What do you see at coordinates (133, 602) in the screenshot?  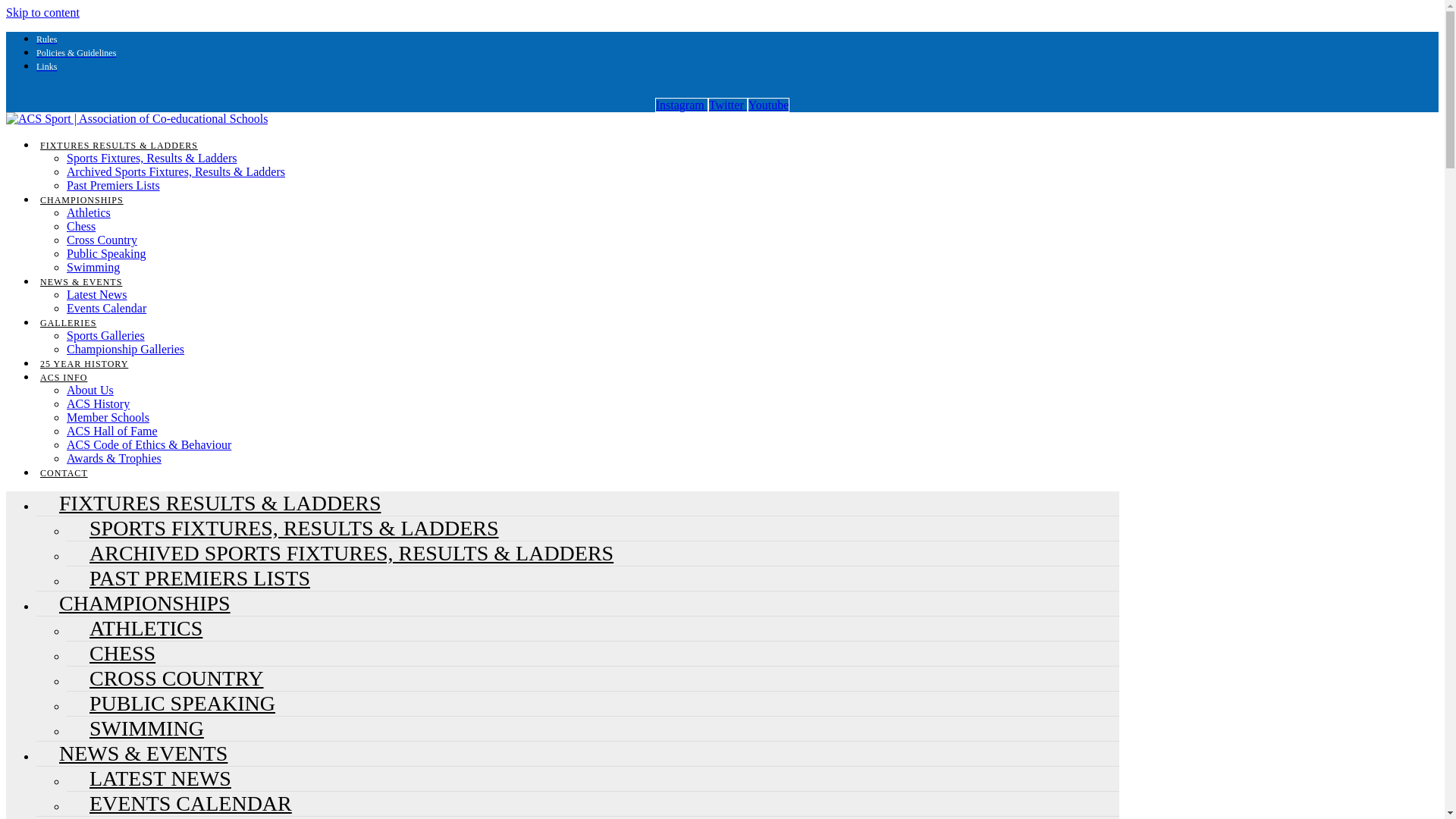 I see `'CHAMPIONSHIPS'` at bounding box center [133, 602].